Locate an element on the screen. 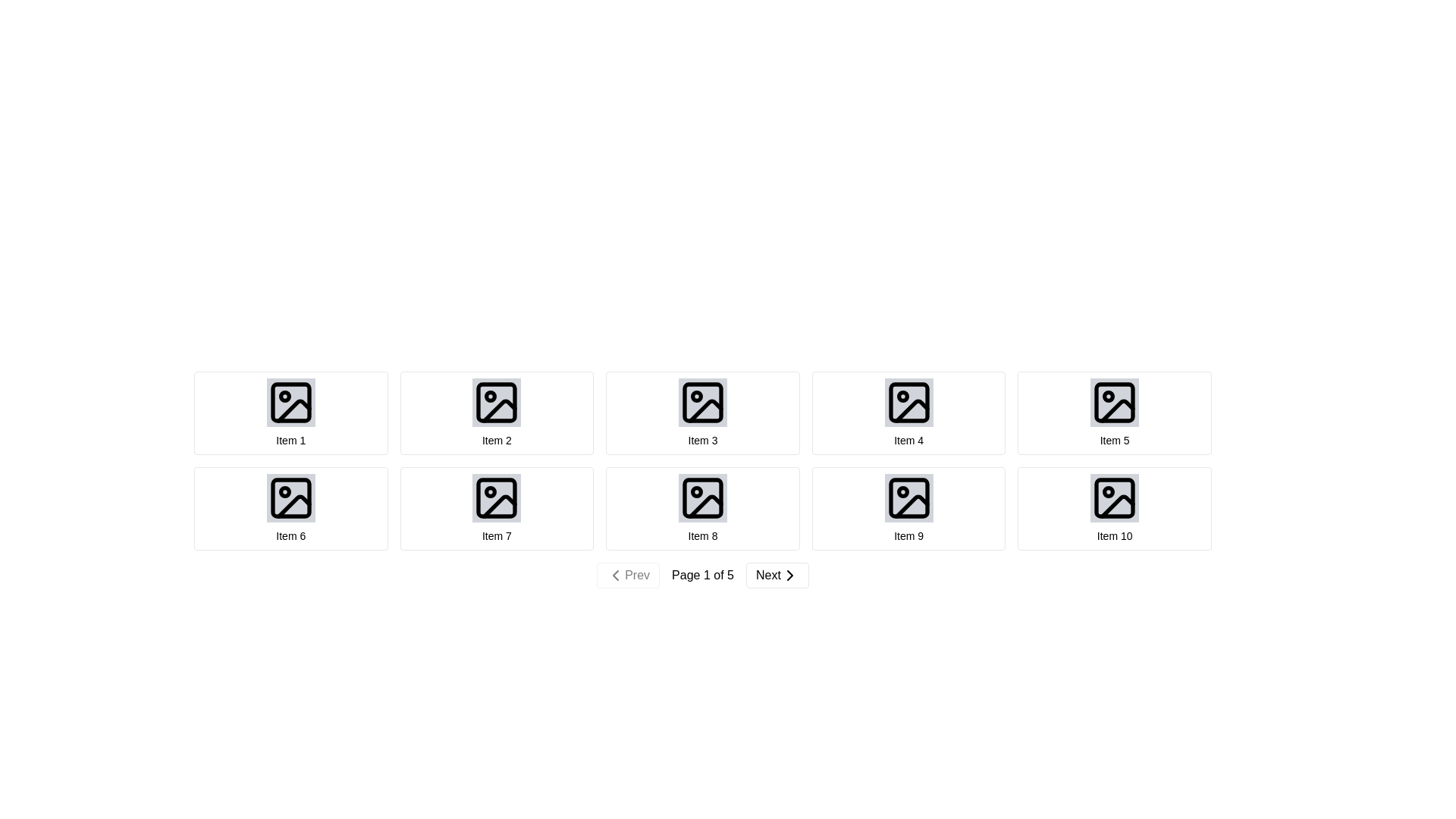 The width and height of the screenshot is (1456, 819). the decorative graphic feature located in the top-right region of the picture frame icon associated with 'Item 10' is located at coordinates (1109, 491).